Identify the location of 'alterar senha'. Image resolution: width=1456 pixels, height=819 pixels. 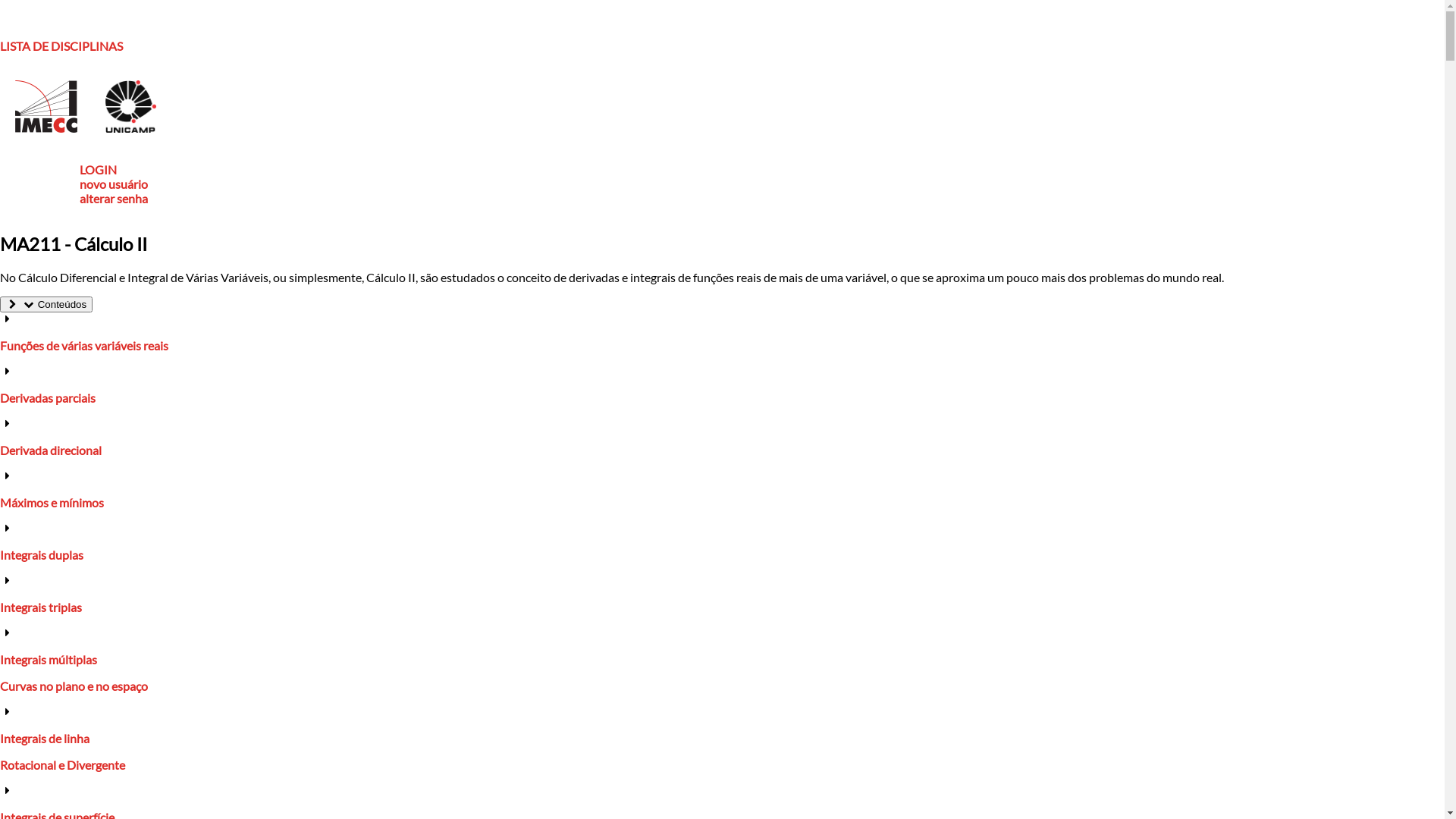
(112, 197).